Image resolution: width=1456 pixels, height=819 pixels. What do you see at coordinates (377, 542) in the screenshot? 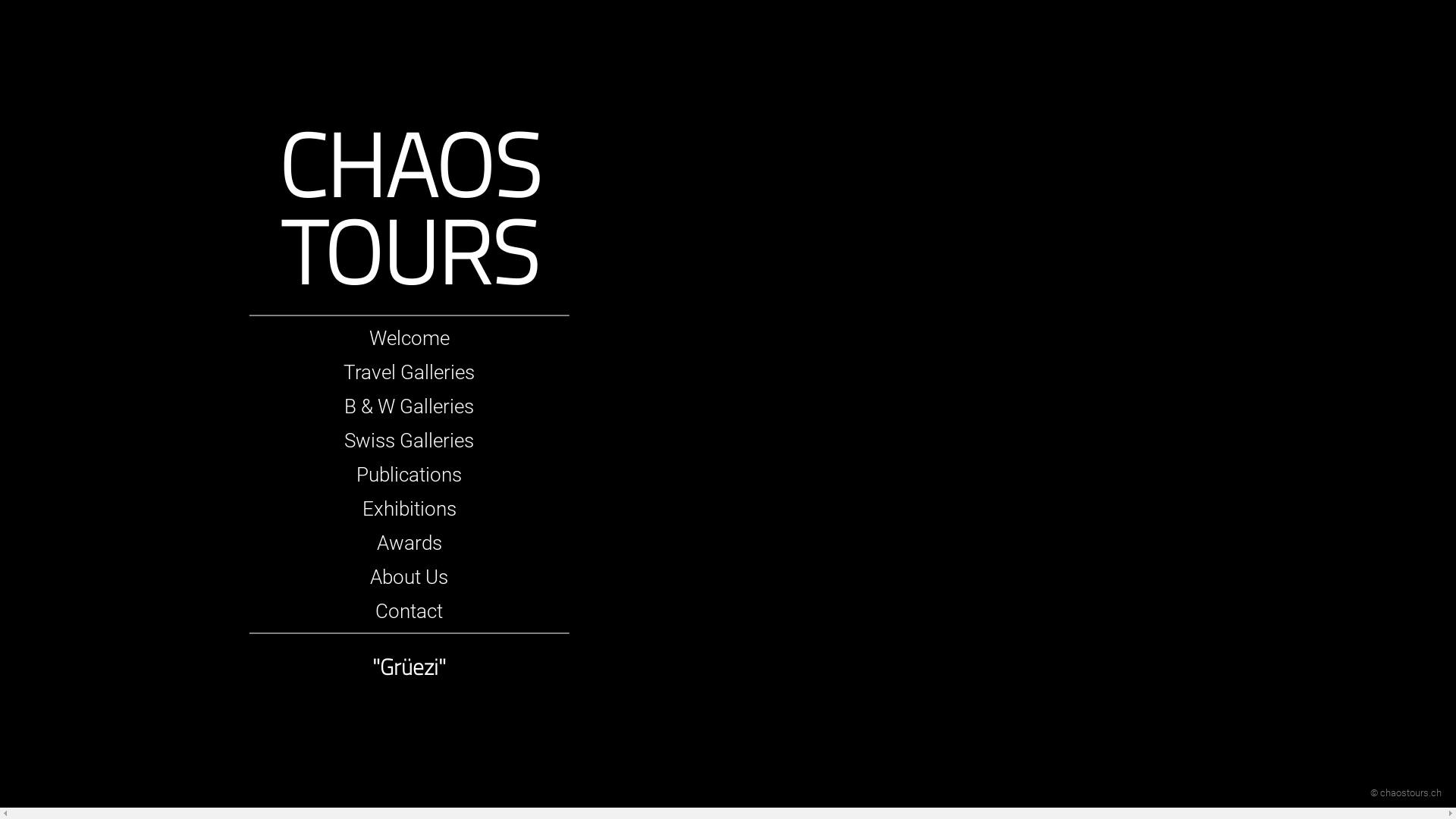
I see `'Awards'` at bounding box center [377, 542].